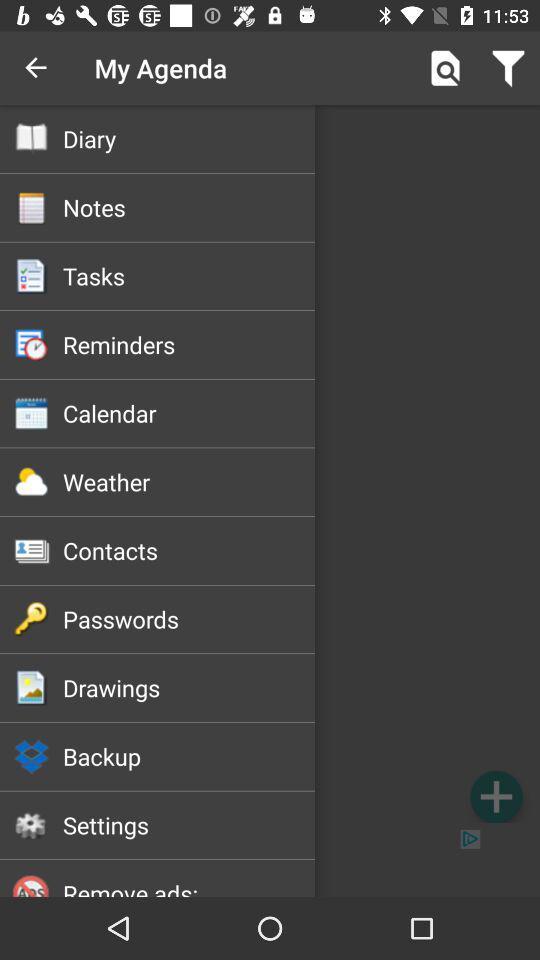  What do you see at coordinates (495, 796) in the screenshot?
I see `option` at bounding box center [495, 796].